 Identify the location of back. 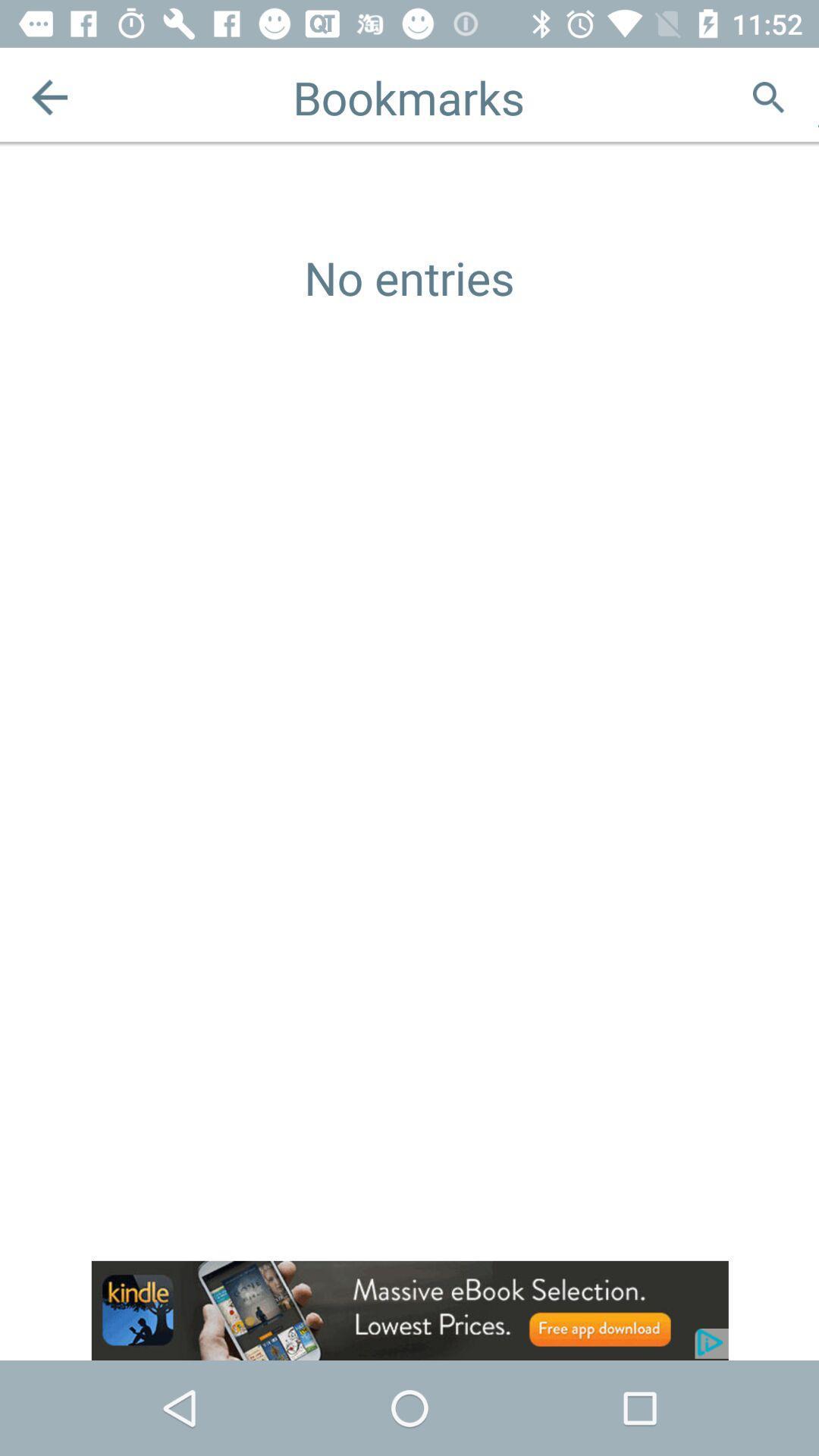
(49, 96).